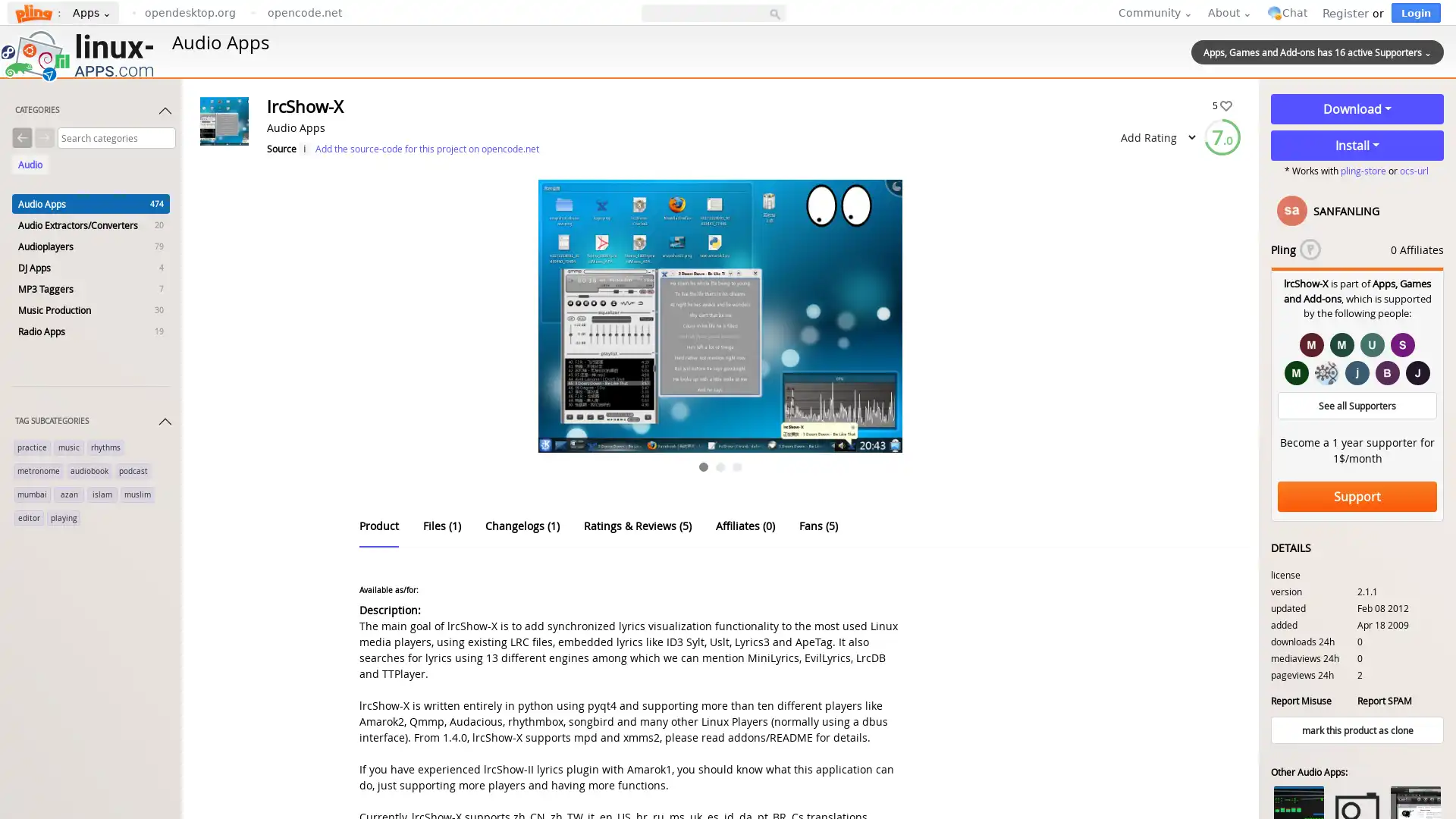 This screenshot has width=1456, height=819. I want to click on TAG SUBCATEGORIES, so click(93, 424).